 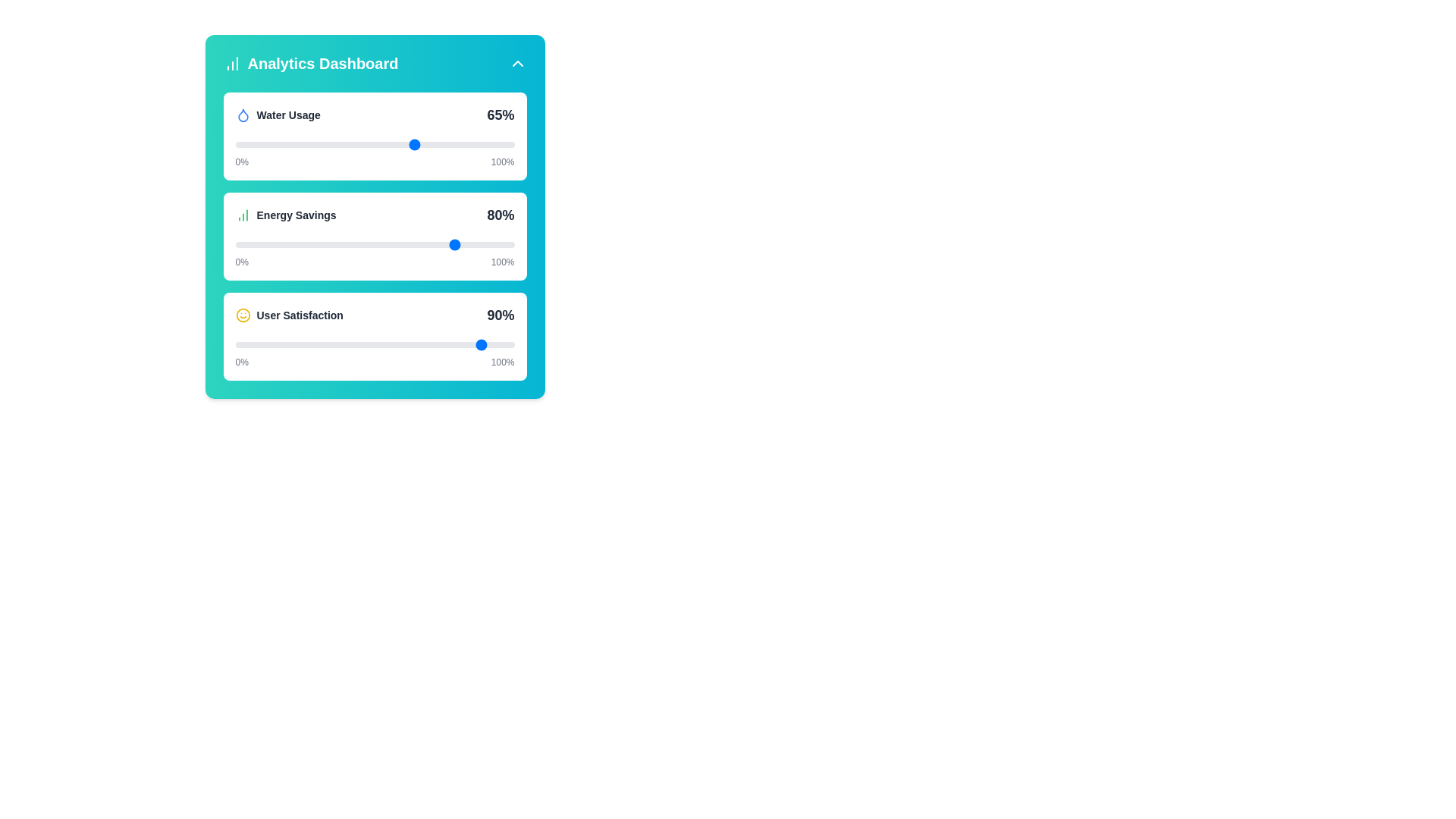 I want to click on the slider, so click(x=283, y=244).